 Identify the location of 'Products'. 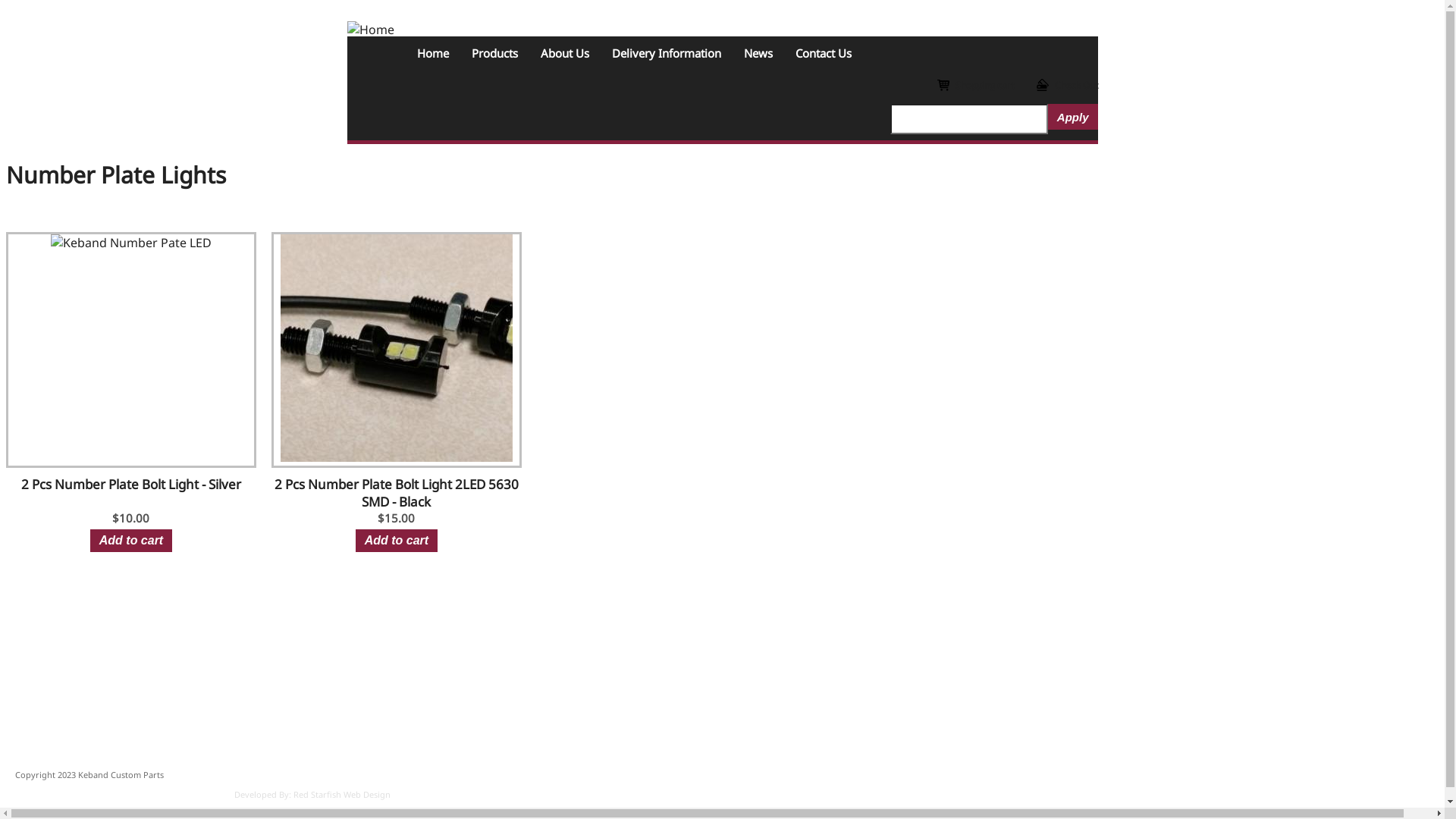
(494, 52).